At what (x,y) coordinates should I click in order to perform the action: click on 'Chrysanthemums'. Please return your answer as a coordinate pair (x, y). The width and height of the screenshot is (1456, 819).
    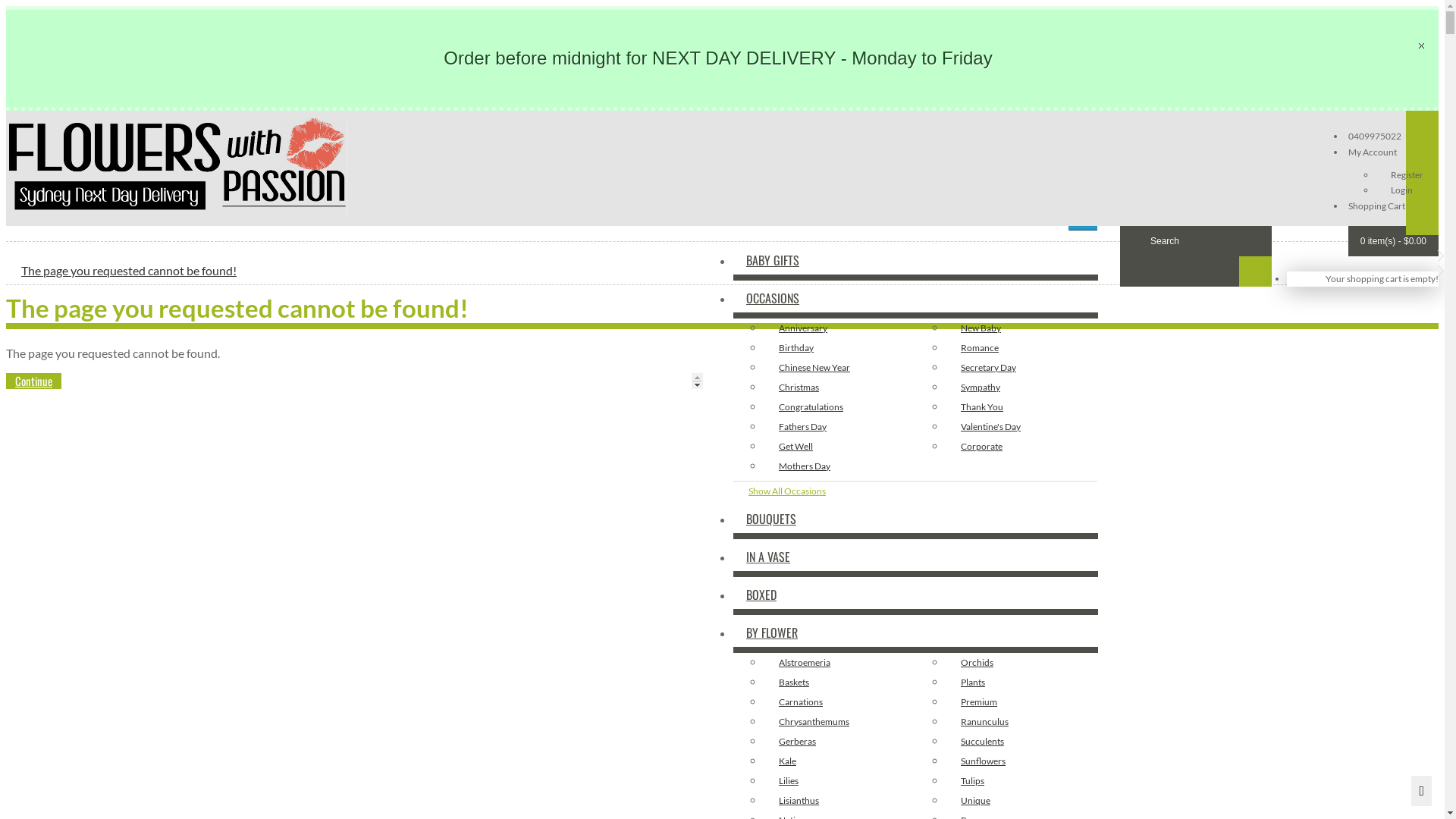
    Looking at the image, I should click on (839, 720).